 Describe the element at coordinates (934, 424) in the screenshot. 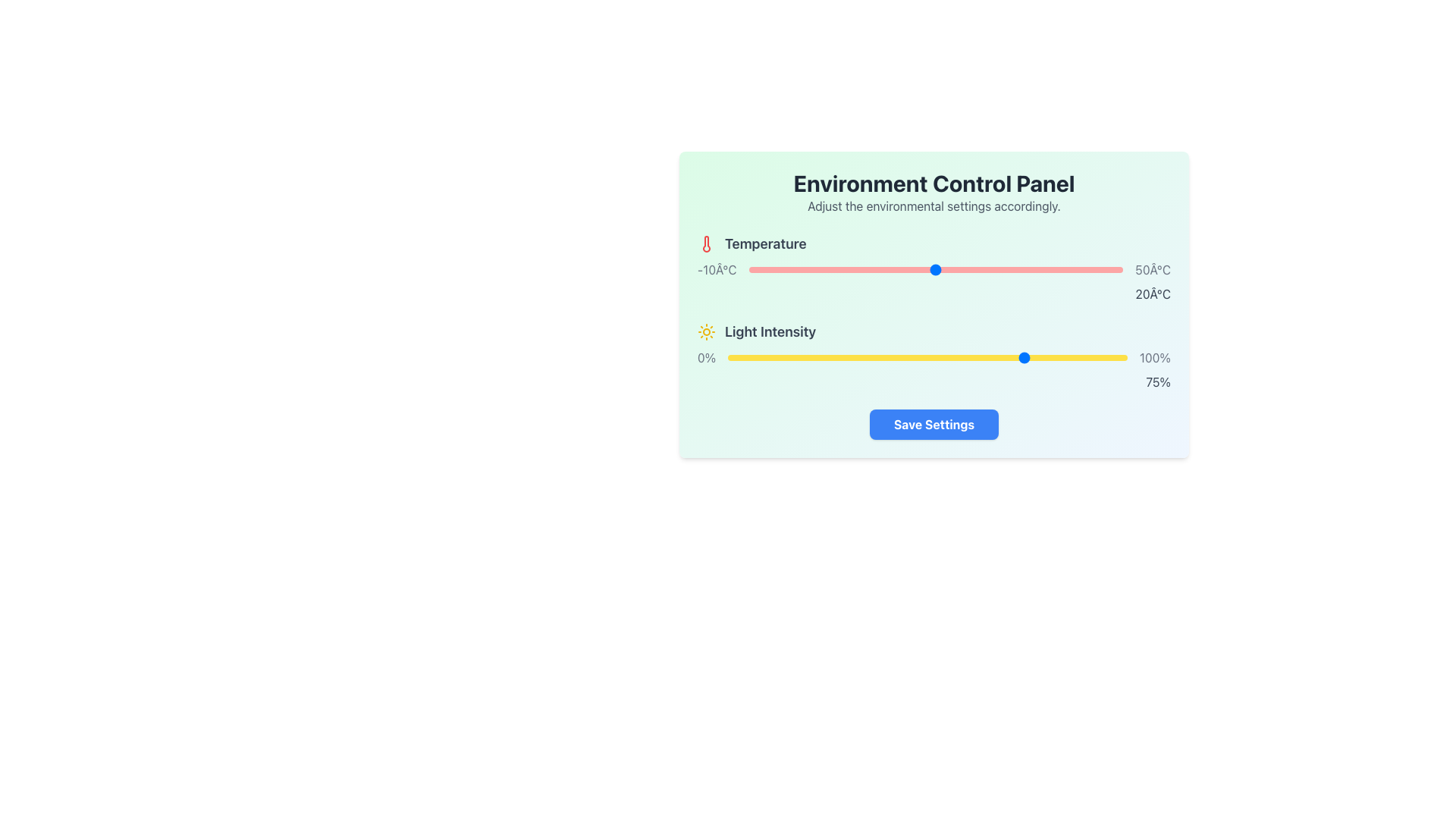

I see `the 'Save Settings' button with a bold blue background and white text located at the bottom center of the 'Environment Control Panel'` at that location.